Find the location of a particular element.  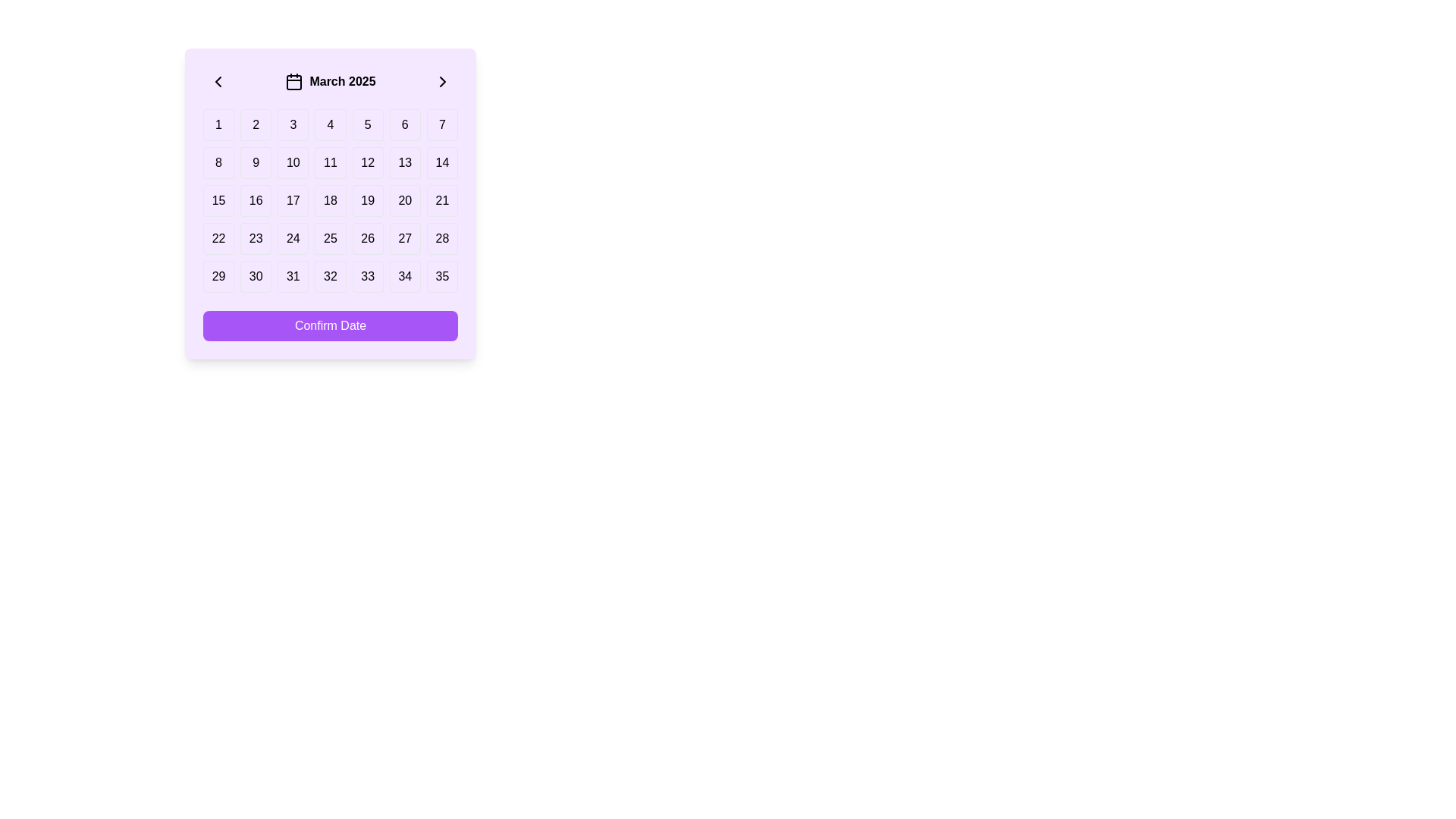

the selectable date button in the calendar interface located under the 'March 2025' header is located at coordinates (218, 239).